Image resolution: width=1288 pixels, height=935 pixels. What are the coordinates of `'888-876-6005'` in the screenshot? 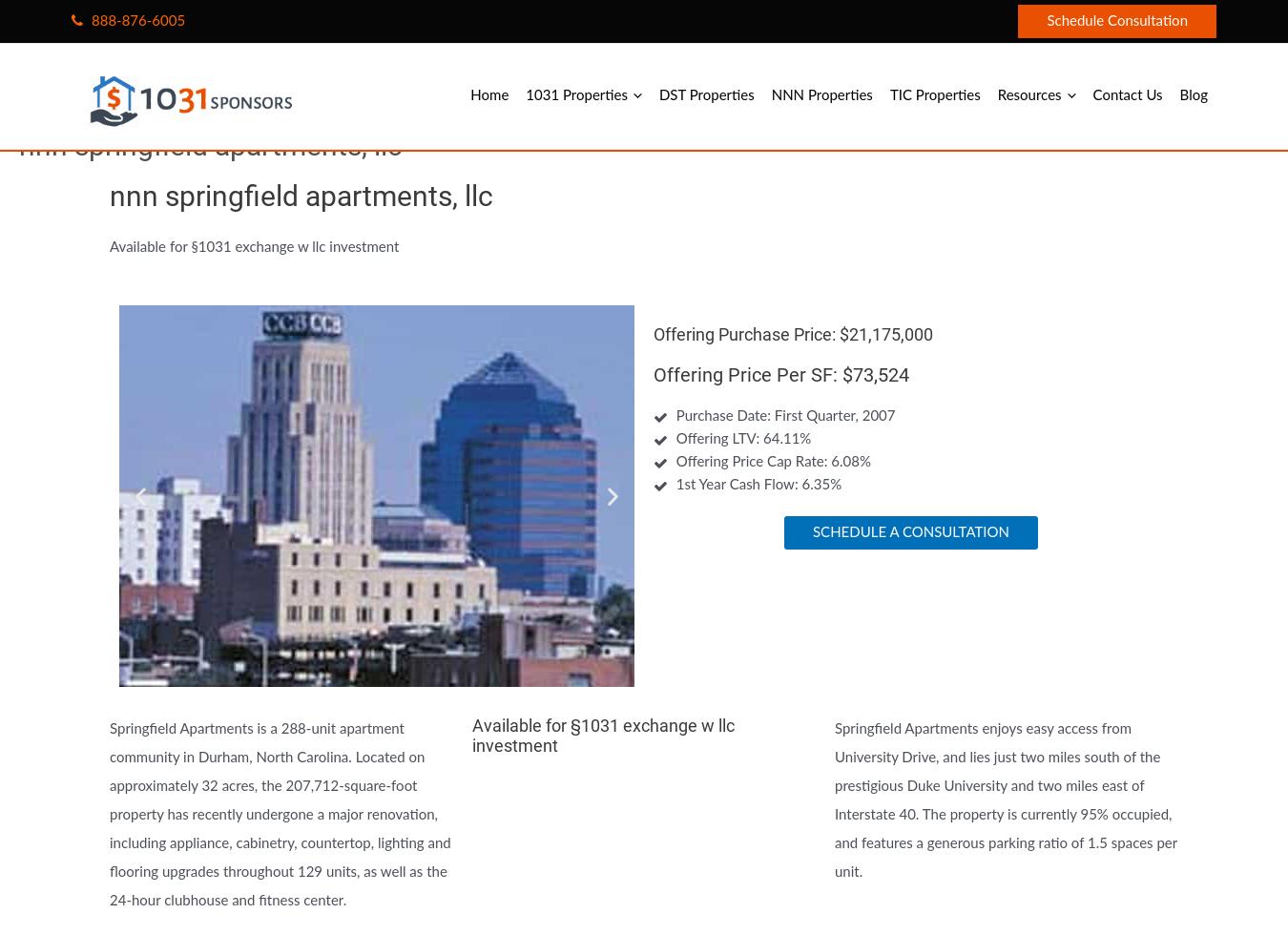 It's located at (90, 20).